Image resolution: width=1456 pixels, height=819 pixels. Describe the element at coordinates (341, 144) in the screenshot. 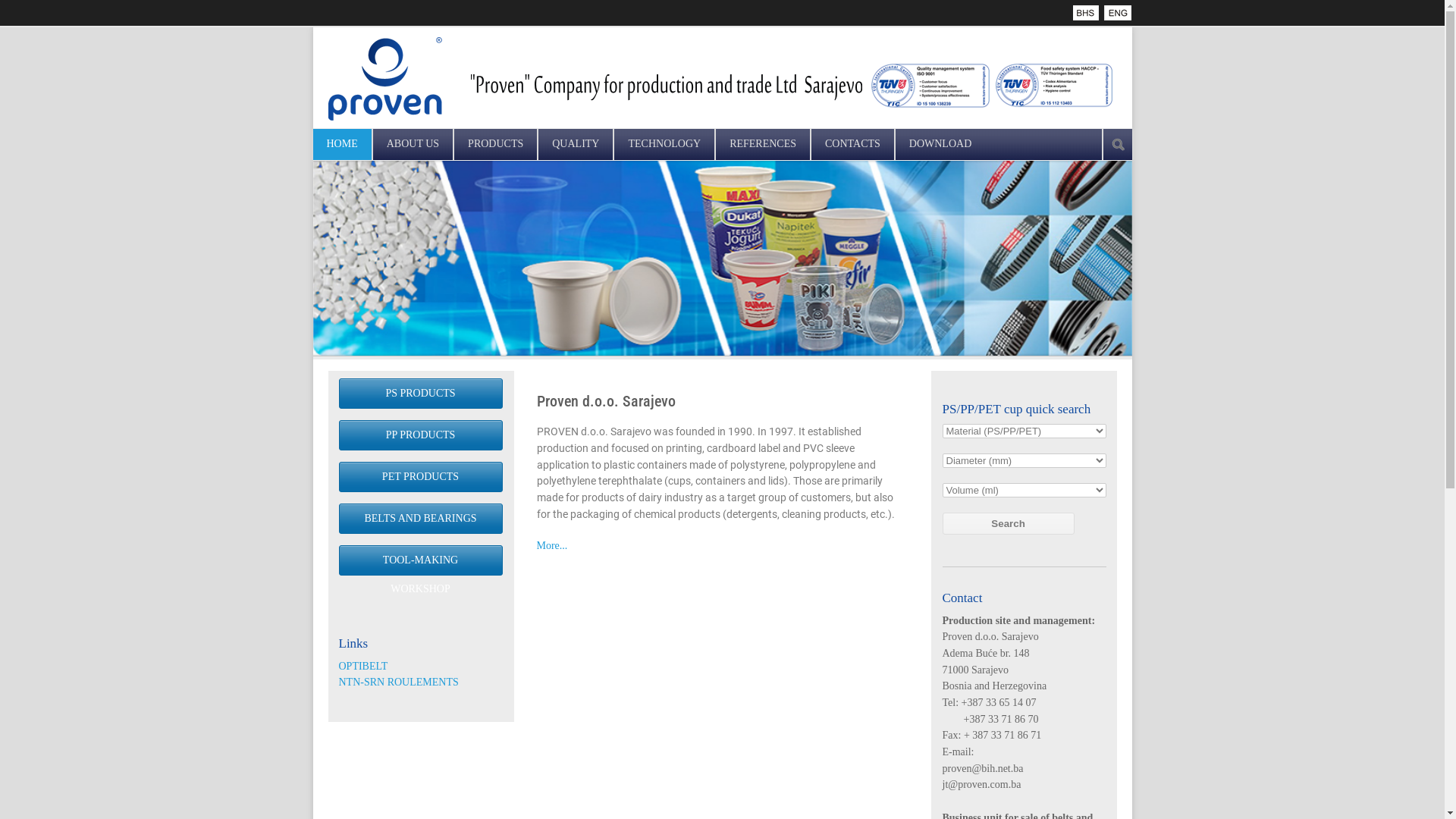

I see `'HOME'` at that location.